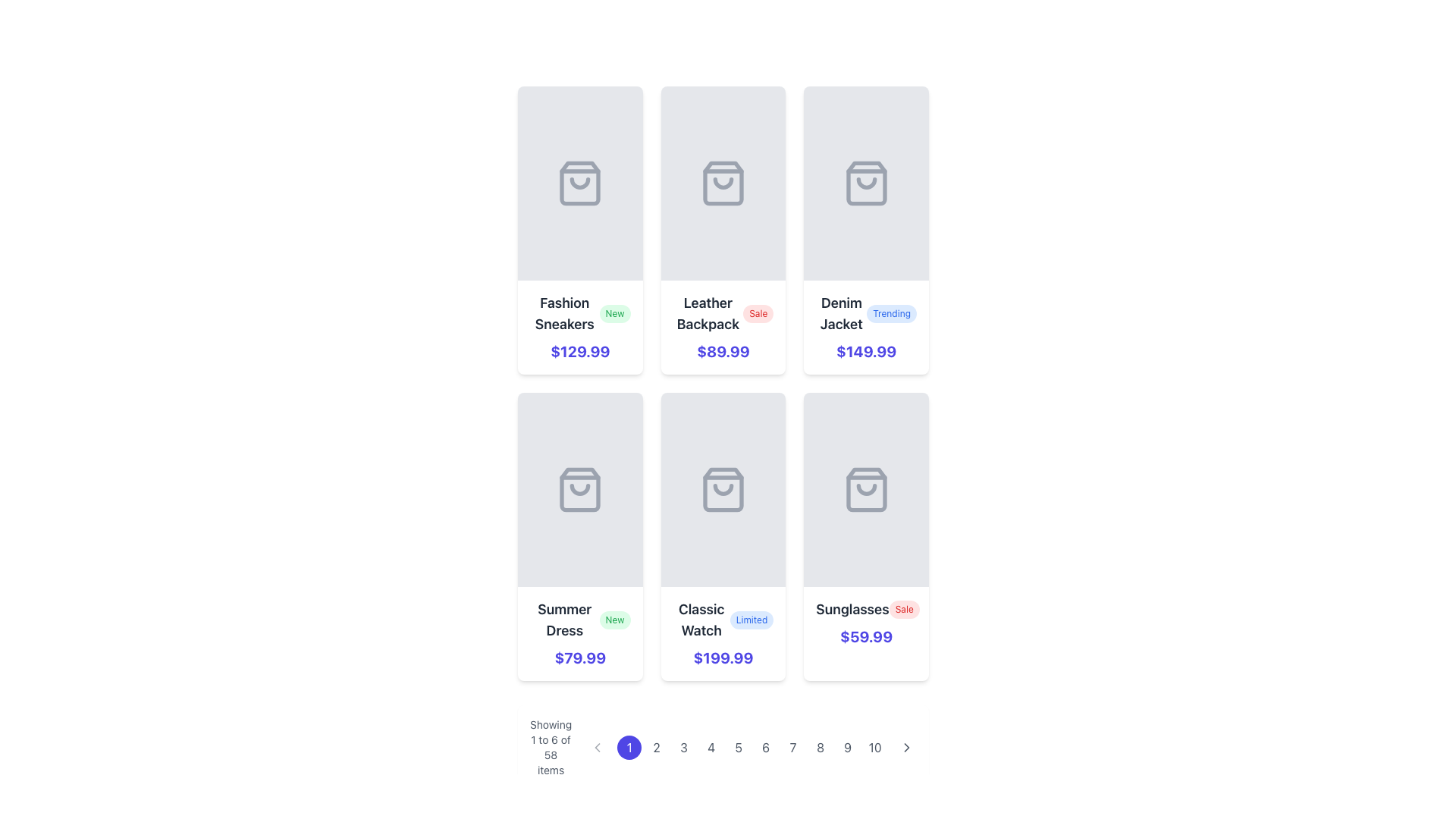  What do you see at coordinates (597, 747) in the screenshot?
I see `the circular button with a left-pointing chevron icon` at bounding box center [597, 747].